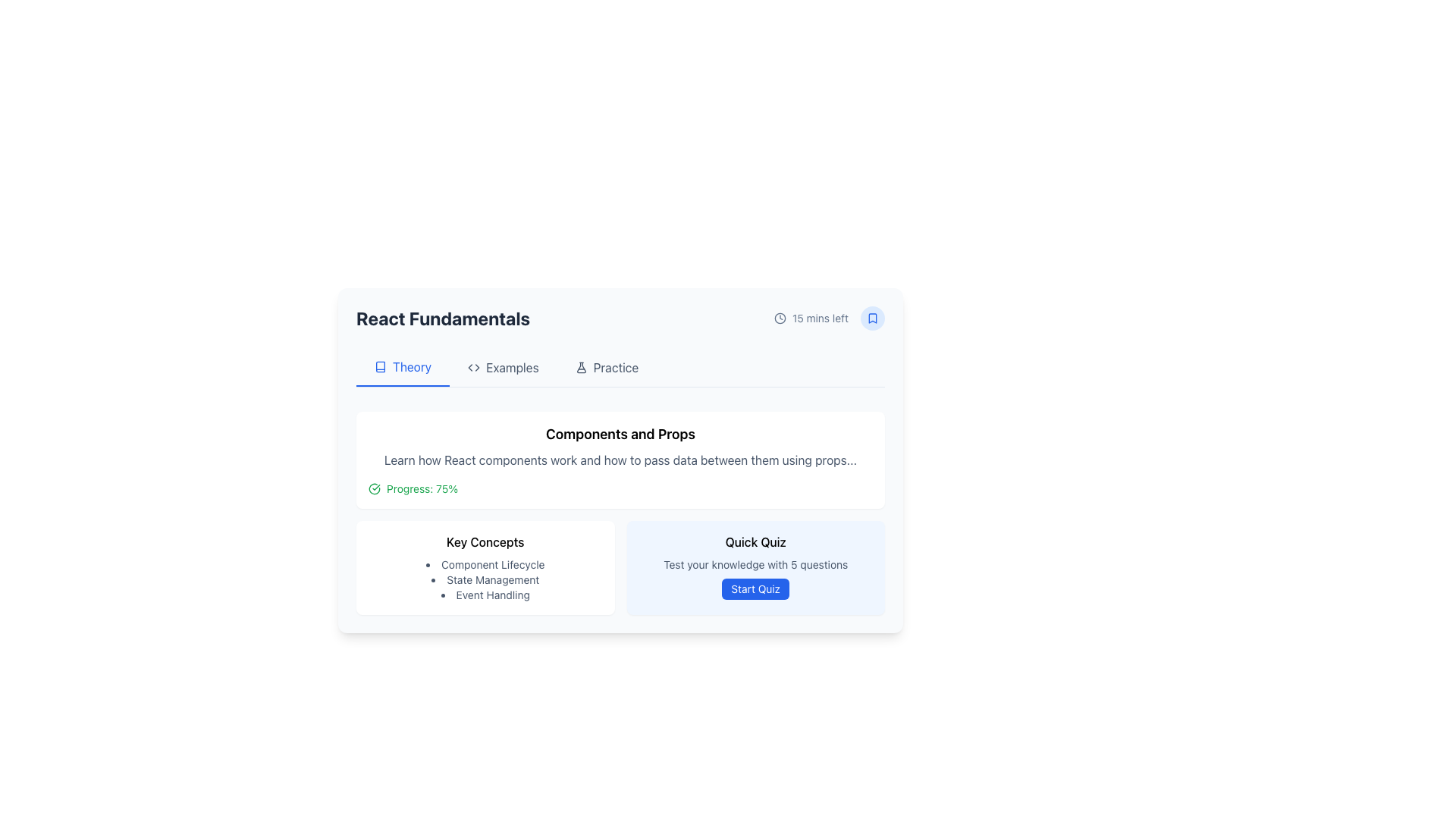  Describe the element at coordinates (512, 368) in the screenshot. I see `the text label button located in the central section of the top navigation bar of the 'React Fundamentals' interface` at that location.